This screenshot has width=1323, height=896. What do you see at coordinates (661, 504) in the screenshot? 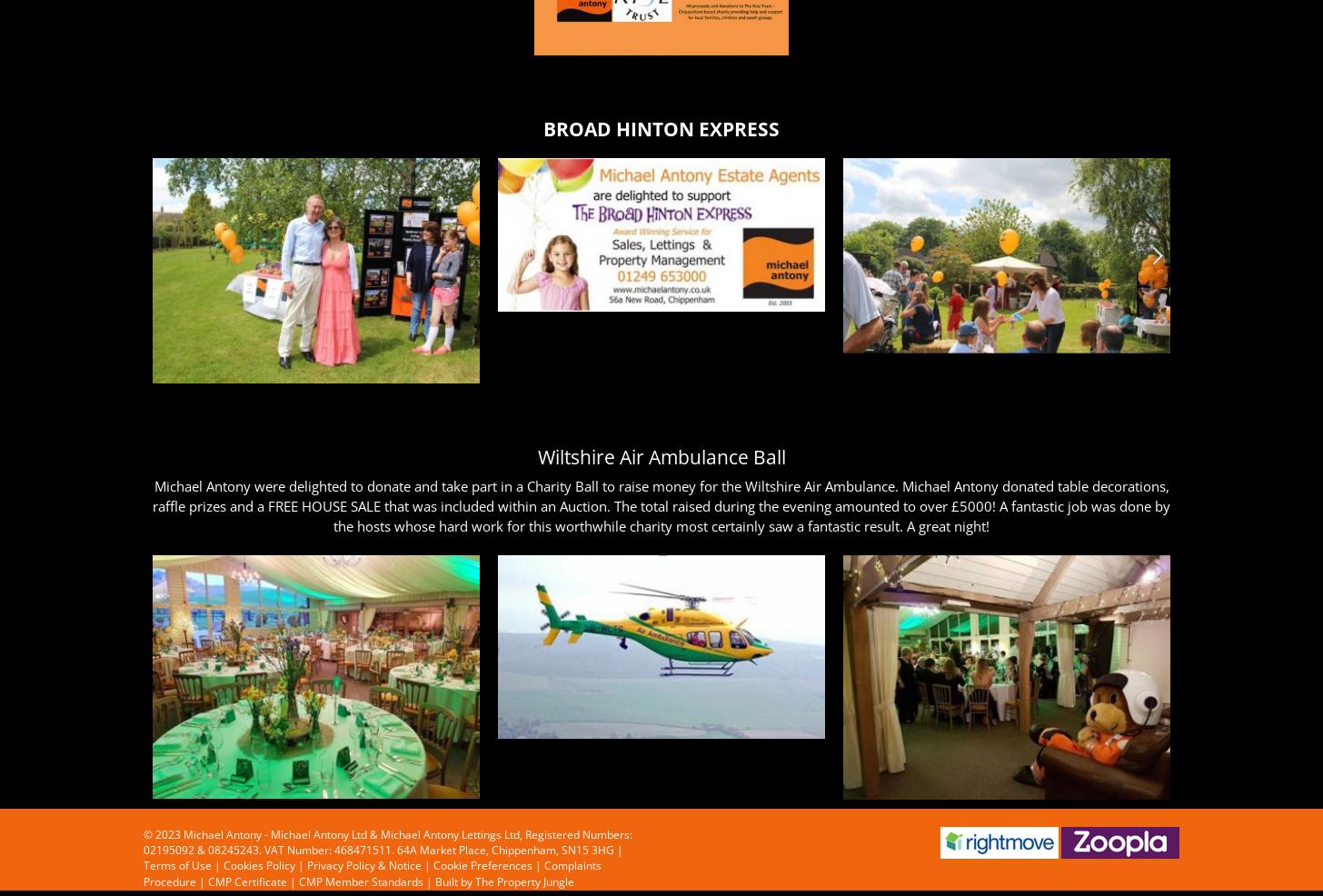
I see `'Michael Antony were delighted to donate and take part in a Charity Ball to raise money for the Wiltshire Air Ambulance. Michael Antony donated table decorations, raffle prizes and a FREE HOUSE SALE that was included within an Auction. The total raised during the evening amounted to over £5000! A fantastic job was done by the hosts whose hard work for this worthwhile charity most certainly saw a fantastic result. A great night!'` at bounding box center [661, 504].